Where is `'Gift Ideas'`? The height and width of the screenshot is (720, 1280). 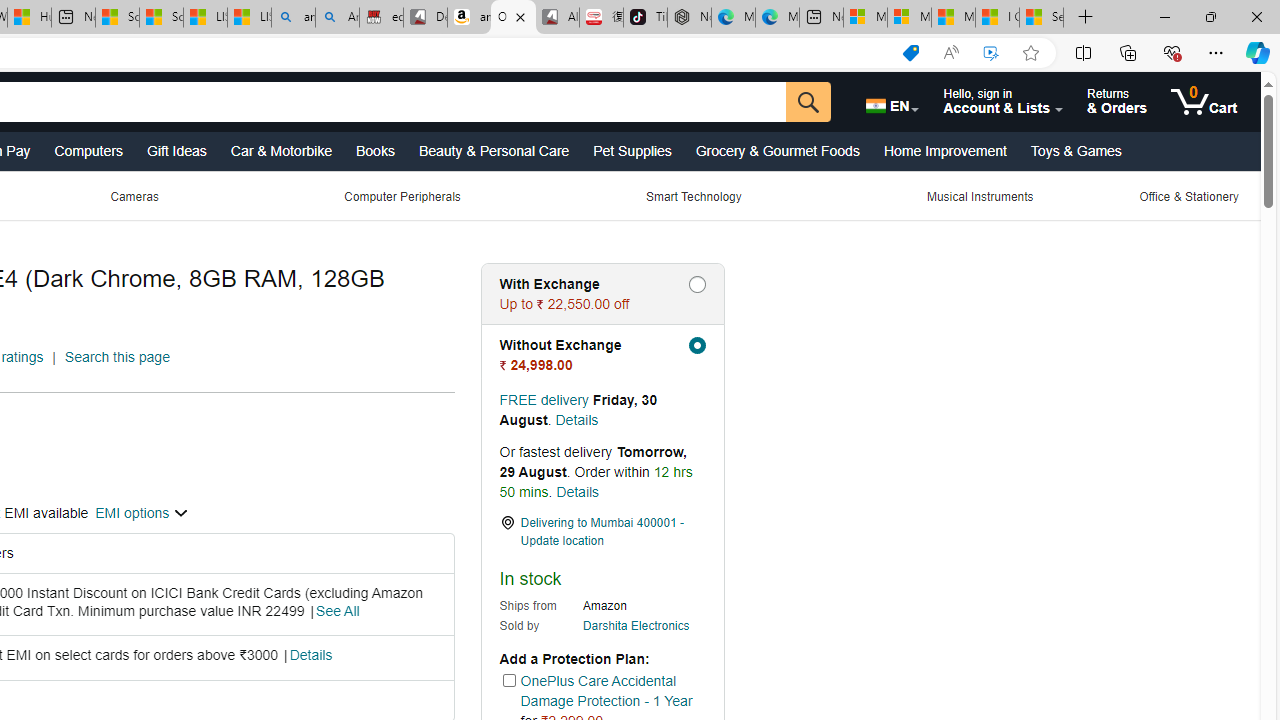 'Gift Ideas' is located at coordinates (176, 149).